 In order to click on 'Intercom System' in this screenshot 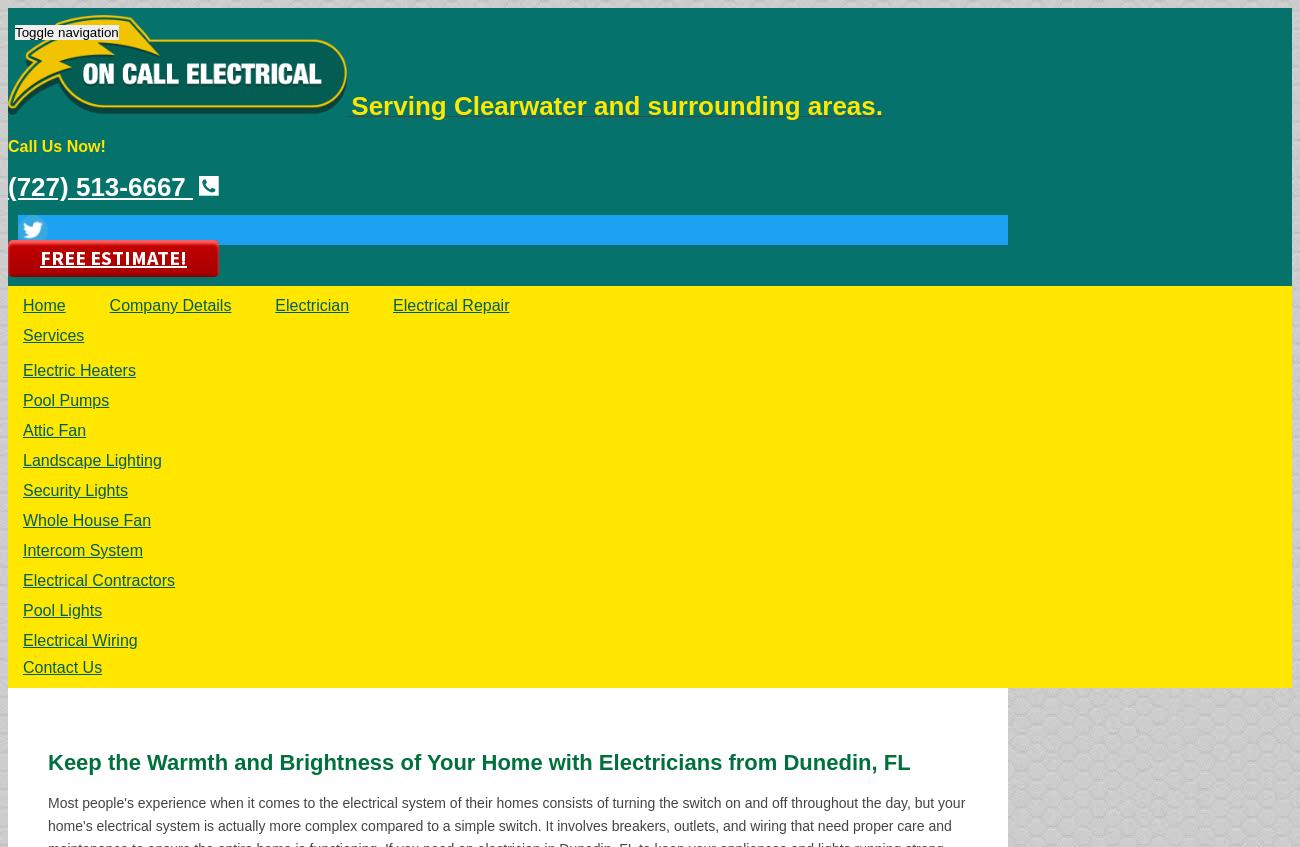, I will do `click(82, 550)`.